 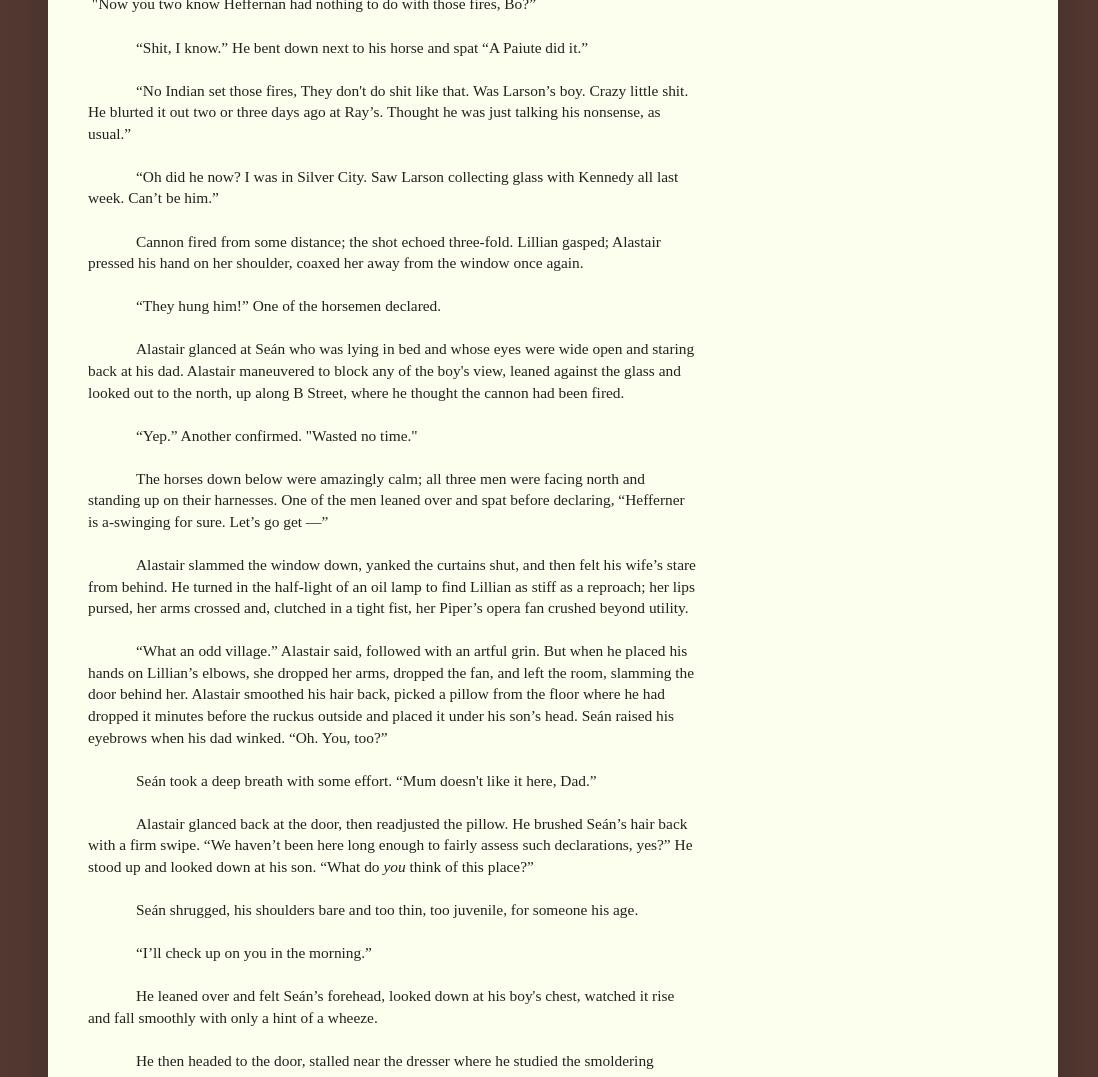 What do you see at coordinates (365, 778) in the screenshot?
I see `'Seán took a deep breath with some
effort. “Mum doesn't like it here, Dad.”'` at bounding box center [365, 778].